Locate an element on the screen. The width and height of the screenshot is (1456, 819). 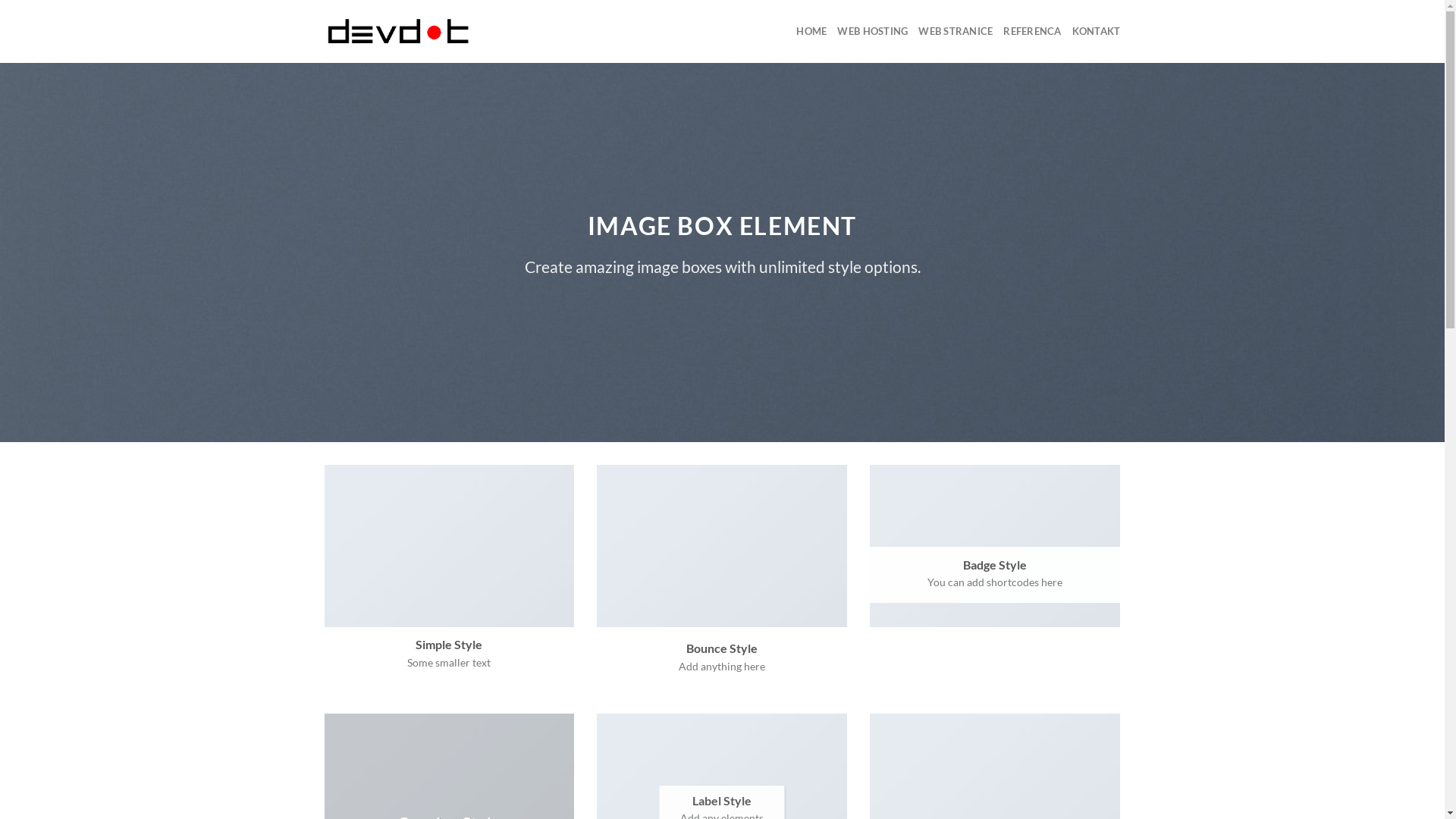
'WEB HOSTING' is located at coordinates (872, 31).